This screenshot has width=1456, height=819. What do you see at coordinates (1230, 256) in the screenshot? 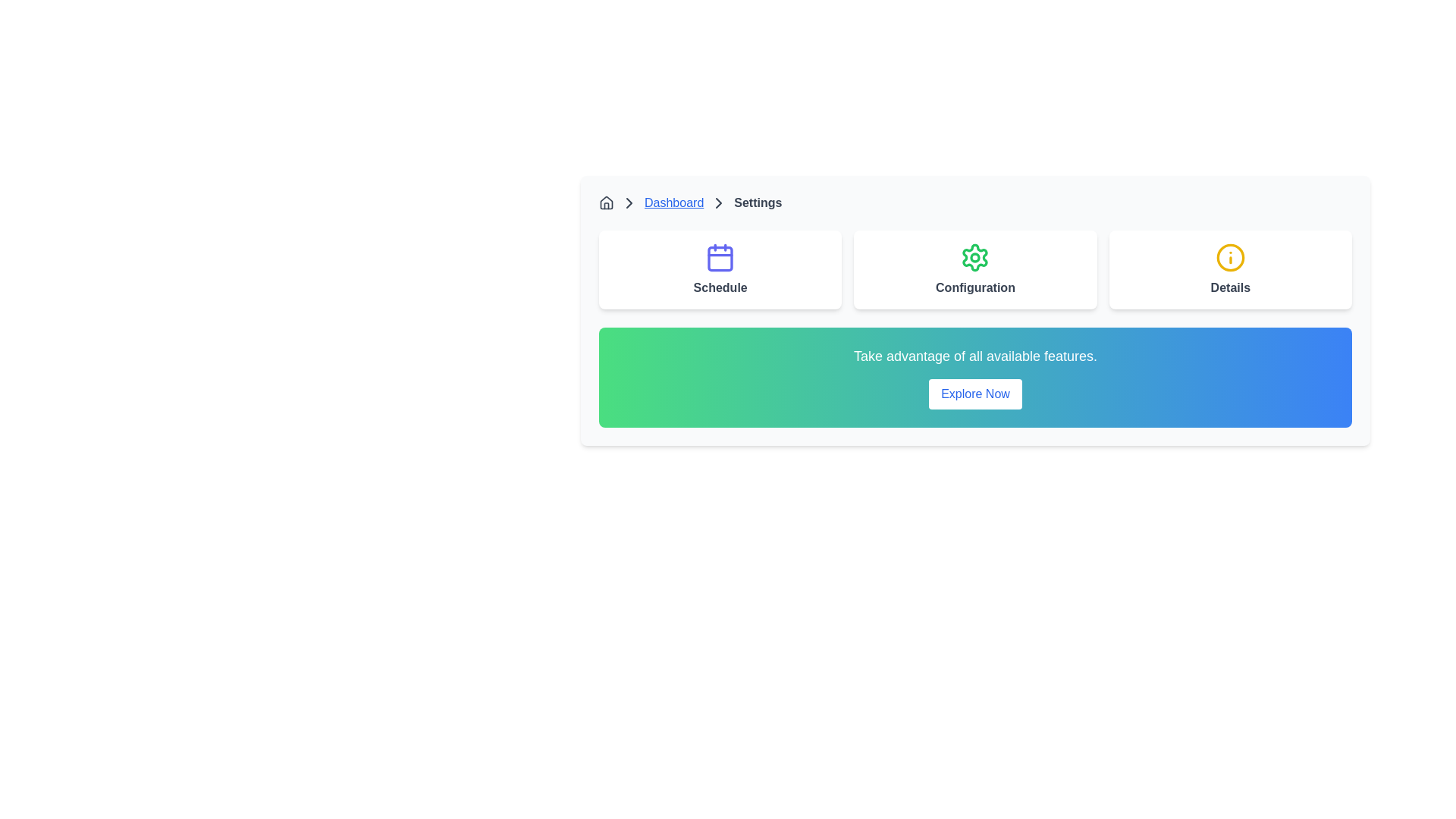
I see `the 'Details' icon located at the top-center of the 'Details' card, which symbolizes information that can be explored` at bounding box center [1230, 256].